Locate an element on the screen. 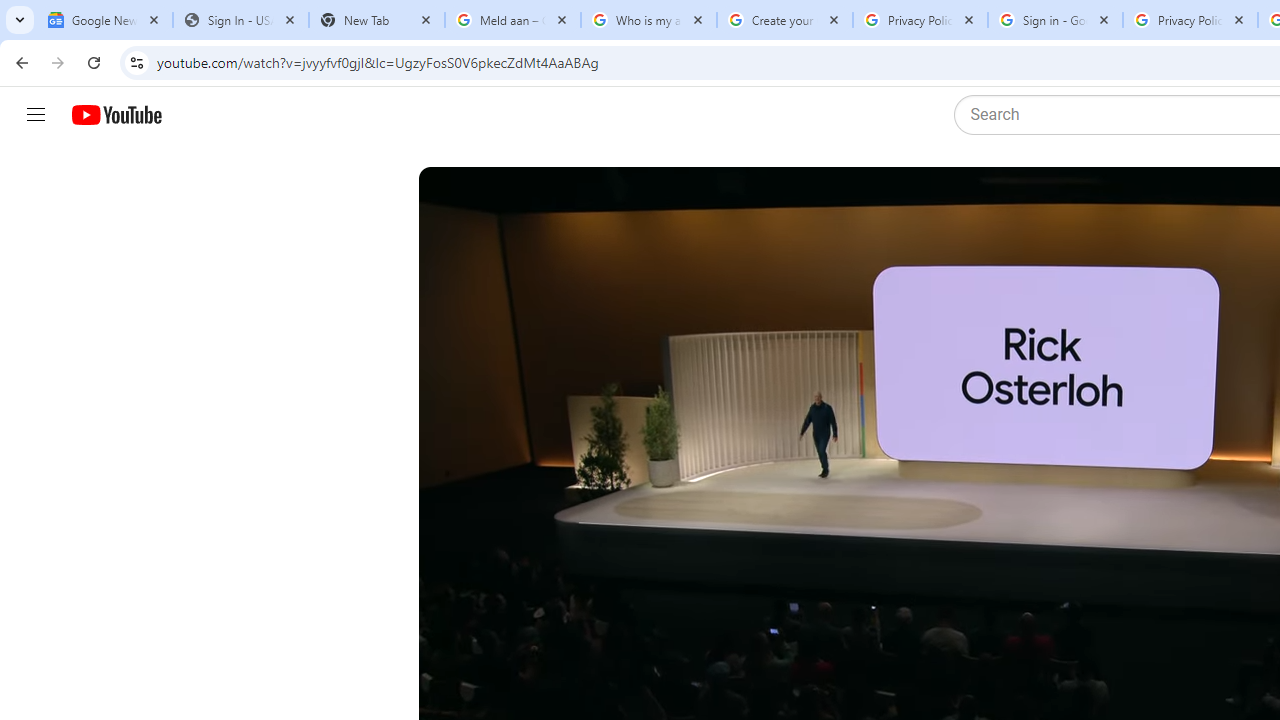  'New Tab' is located at coordinates (376, 20).